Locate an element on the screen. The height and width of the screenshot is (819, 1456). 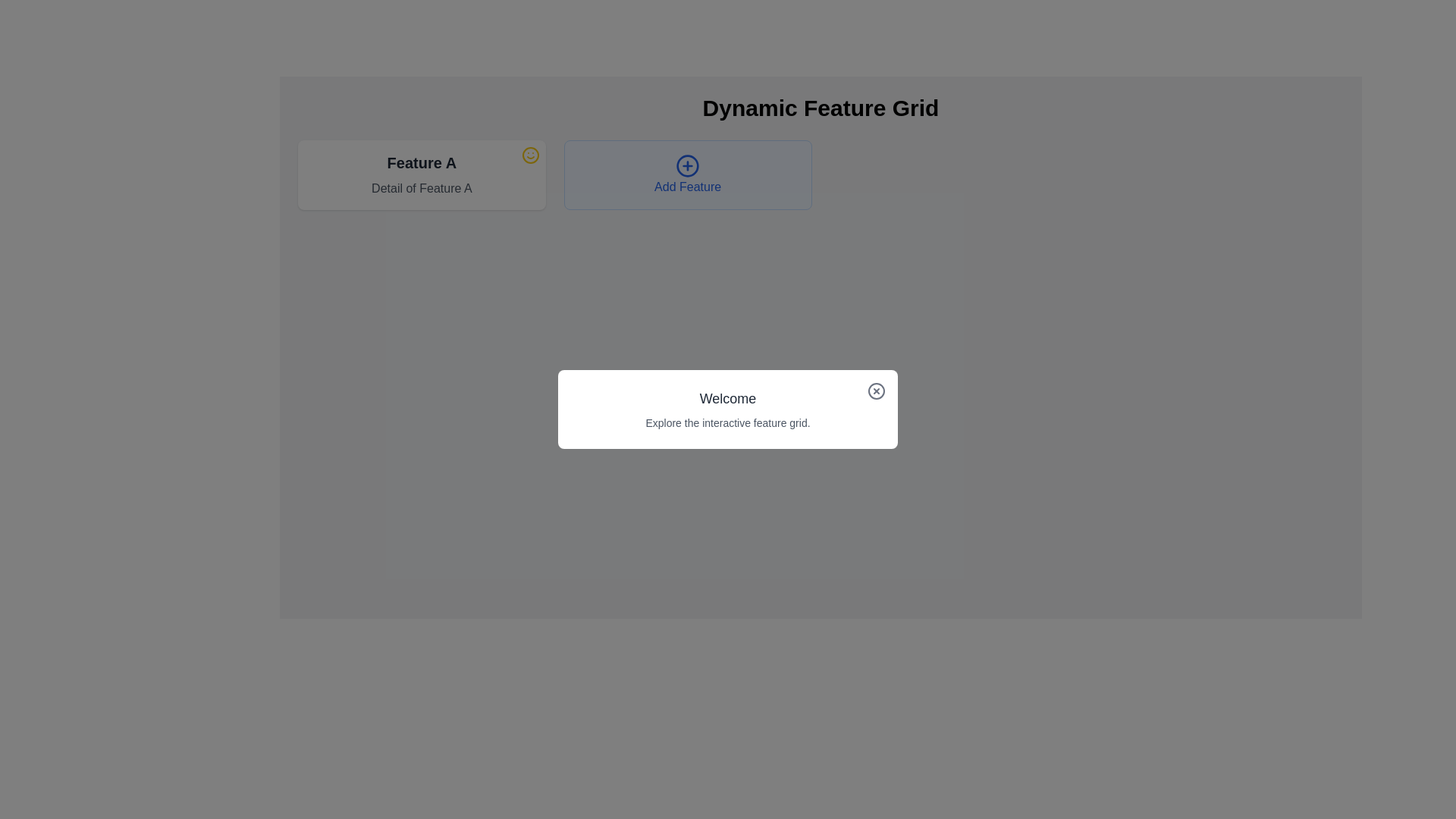
the interactive icon button for adding a new feature, located at the center of the 'Add Feature' button is located at coordinates (687, 166).